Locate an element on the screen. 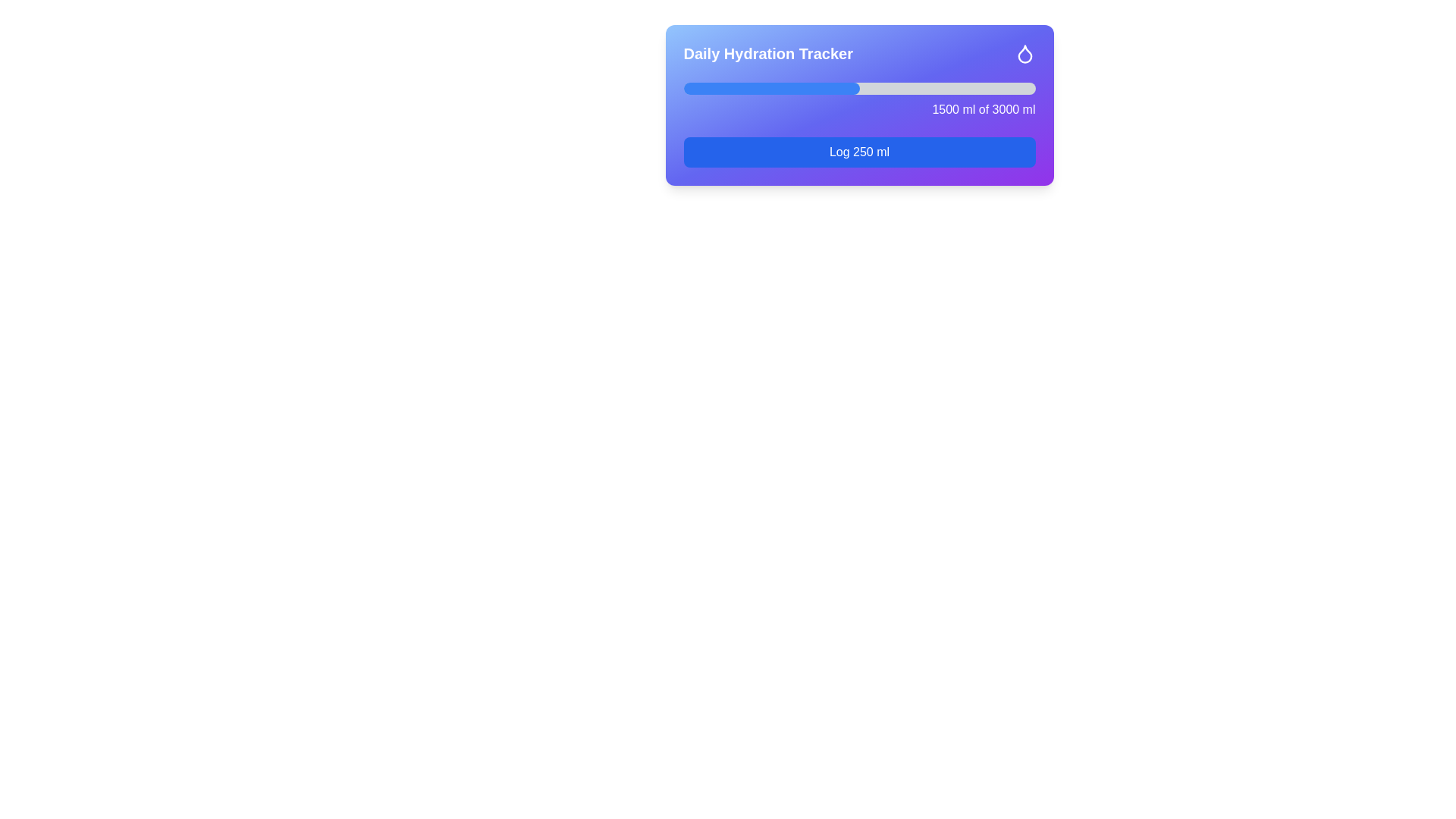  the decorative hydration icon located in the top-right corner of the 'Daily Hydration Tracker' card, which is not interactive is located at coordinates (1025, 52).